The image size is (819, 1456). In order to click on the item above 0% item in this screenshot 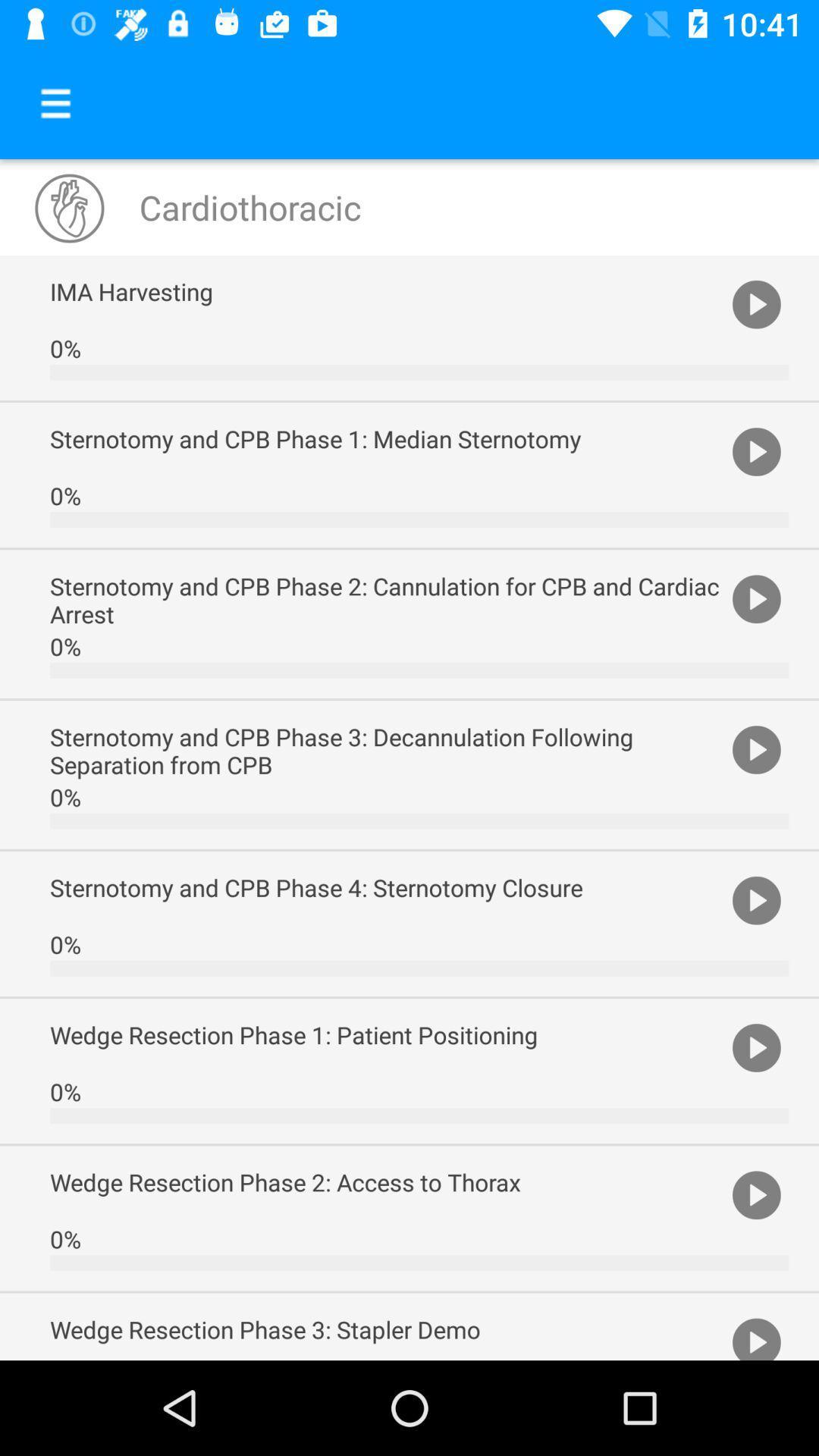, I will do `click(386, 291)`.